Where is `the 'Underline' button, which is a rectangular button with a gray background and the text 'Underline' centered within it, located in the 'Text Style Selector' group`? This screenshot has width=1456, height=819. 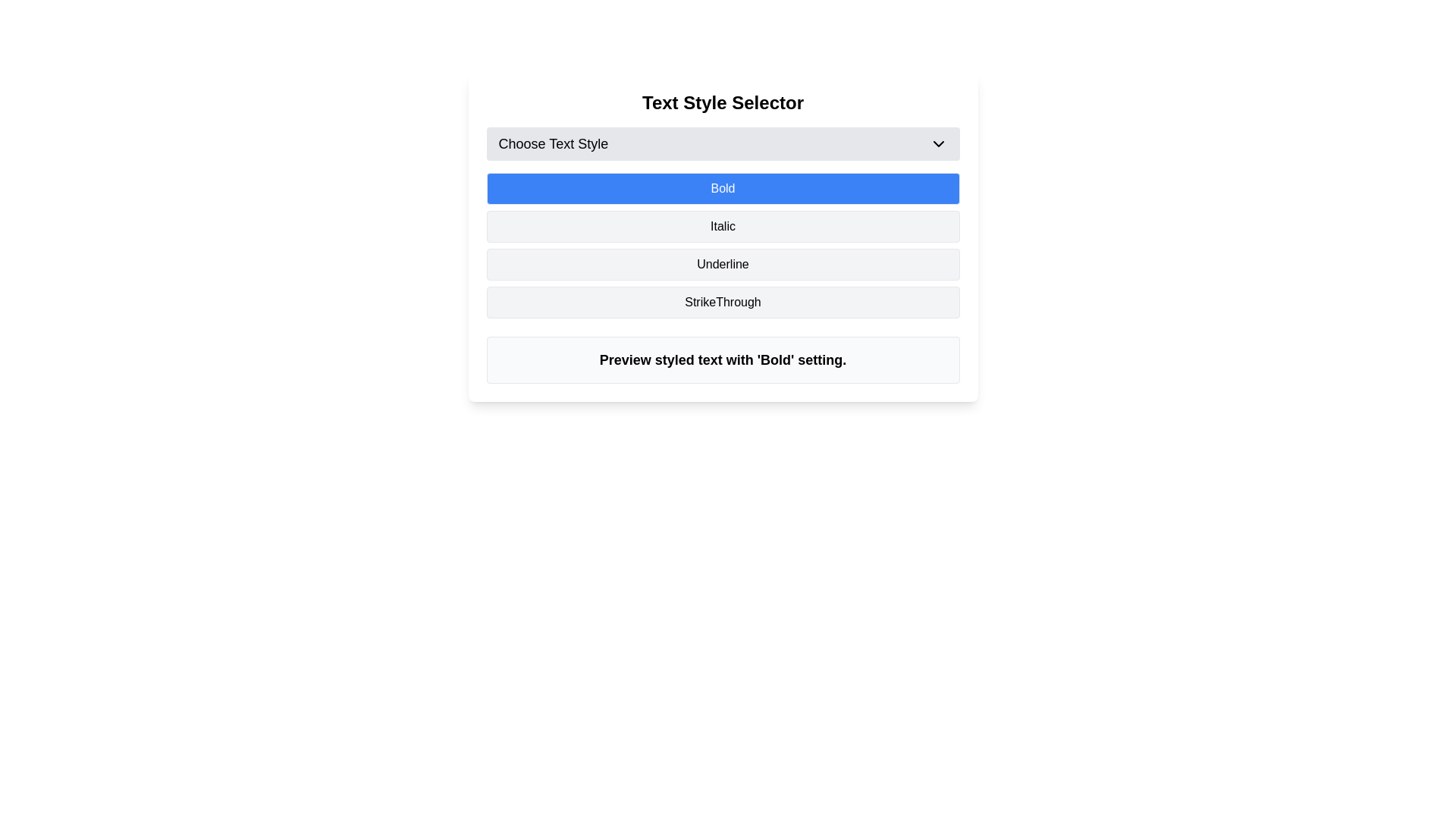
the 'Underline' button, which is a rectangular button with a gray background and the text 'Underline' centered within it, located in the 'Text Style Selector' group is located at coordinates (722, 263).